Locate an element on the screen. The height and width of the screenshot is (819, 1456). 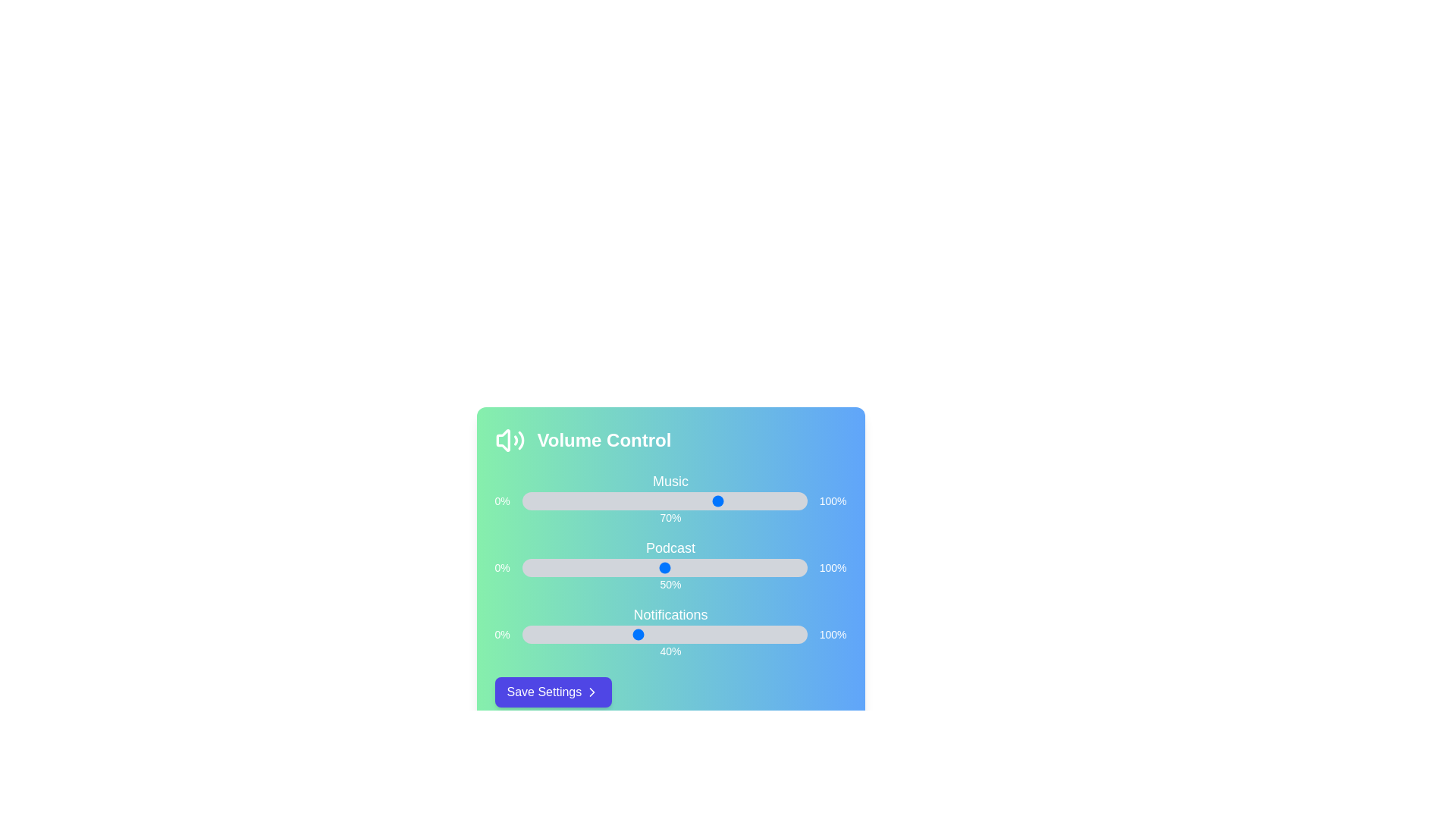
the 'Notifications' volume slider to 47% is located at coordinates (656, 635).